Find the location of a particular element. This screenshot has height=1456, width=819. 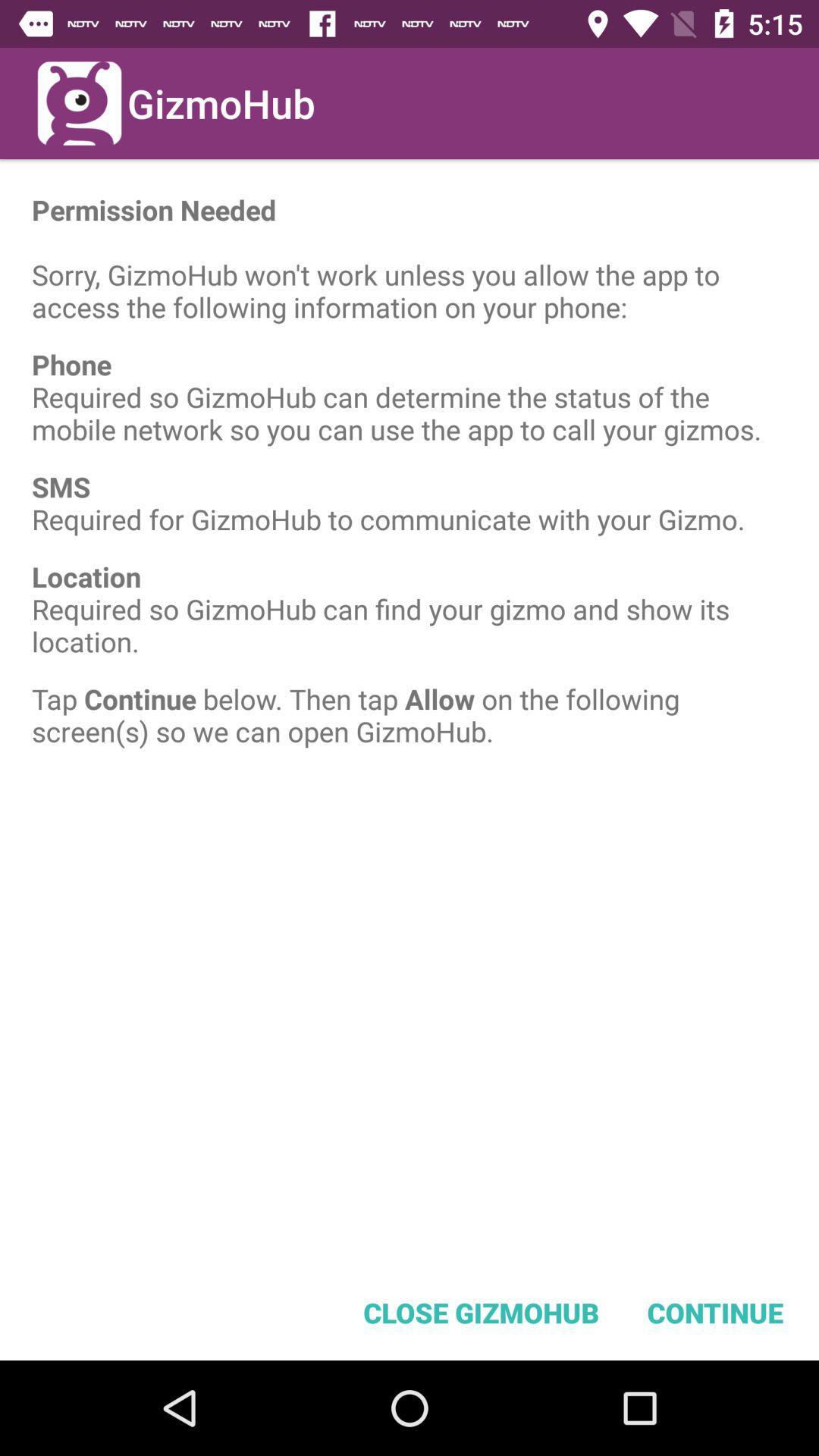

icon to the left of continue icon is located at coordinates (481, 1312).